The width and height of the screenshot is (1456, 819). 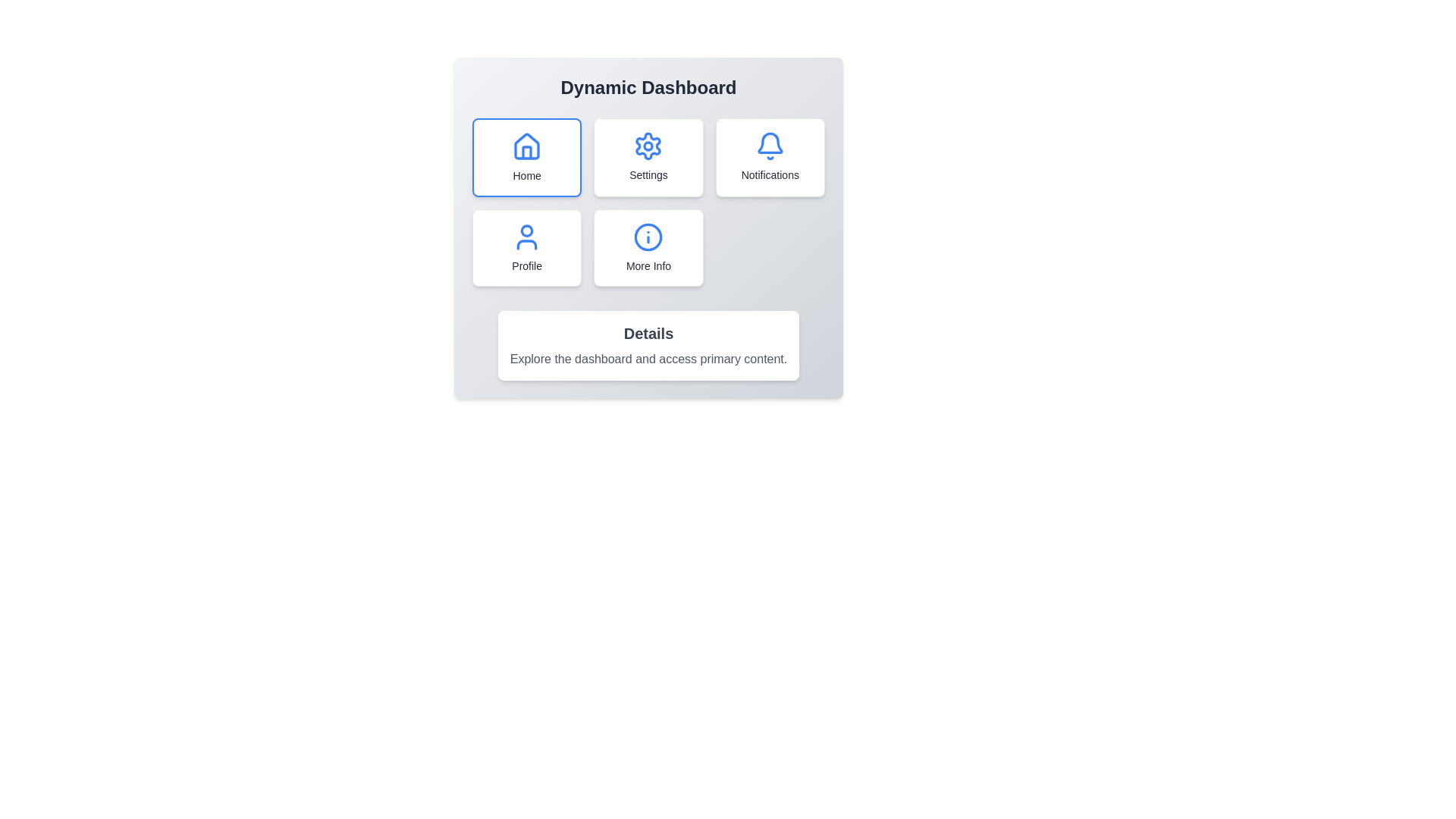 I want to click on the tile labeled 'Home' which contains a stylized house icon with a triangular roof and rectangular body, so click(x=527, y=146).